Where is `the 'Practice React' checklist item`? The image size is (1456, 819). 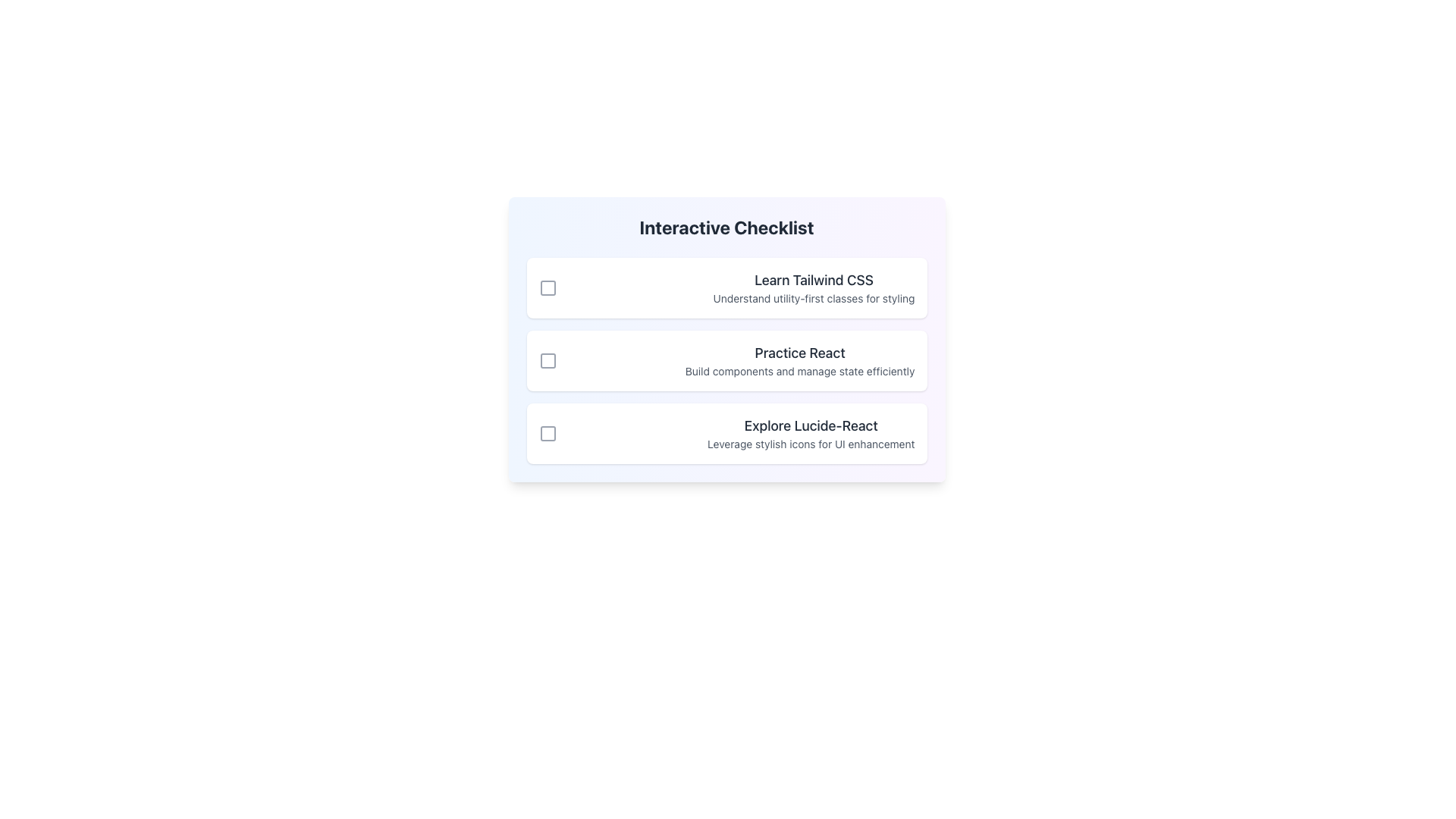
the 'Practice React' checklist item is located at coordinates (726, 360).